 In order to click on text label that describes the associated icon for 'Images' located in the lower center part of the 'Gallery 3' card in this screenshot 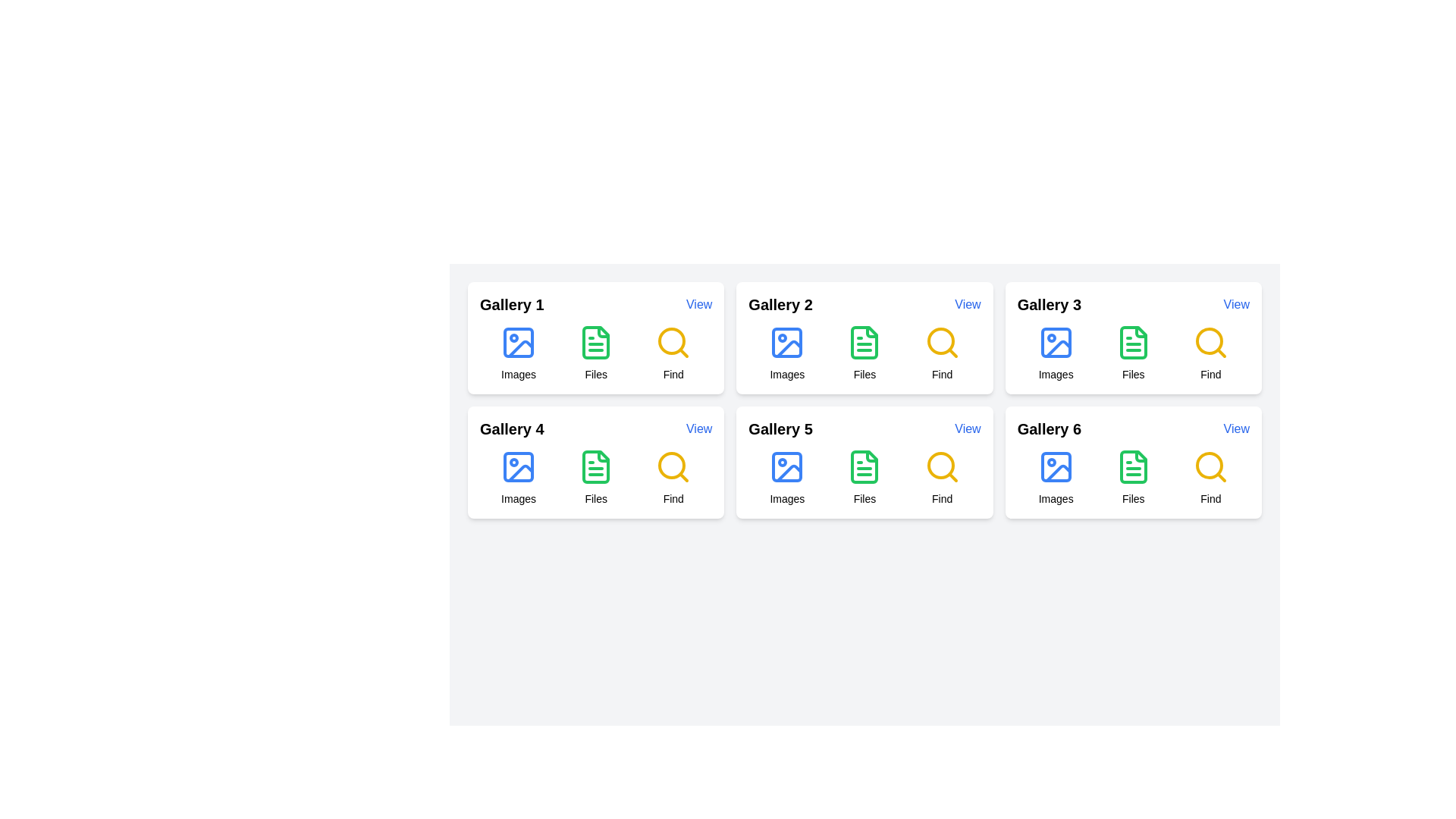, I will do `click(1055, 374)`.